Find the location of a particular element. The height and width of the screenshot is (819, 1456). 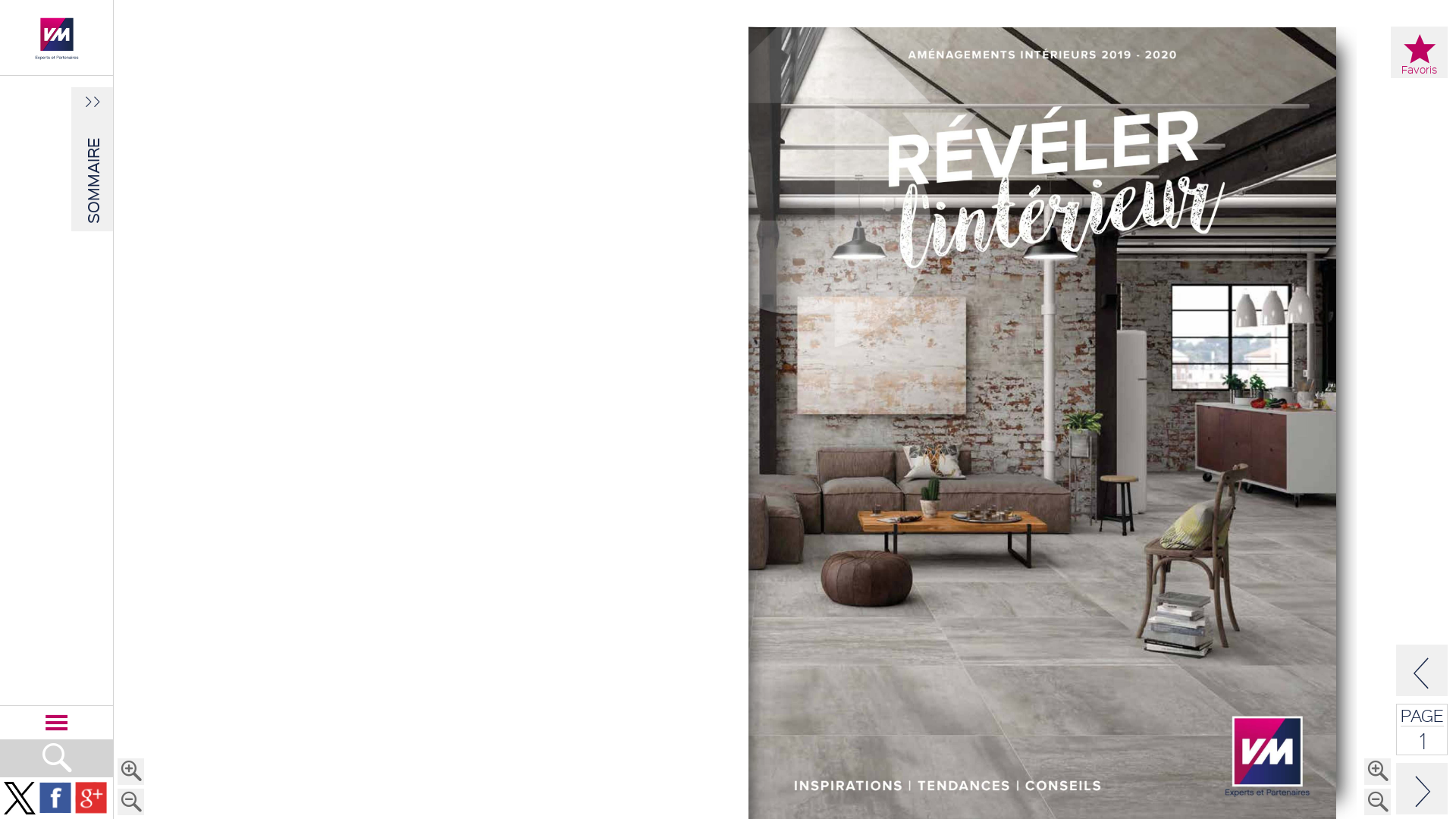

'Partager sur facebook' is located at coordinates (55, 797).